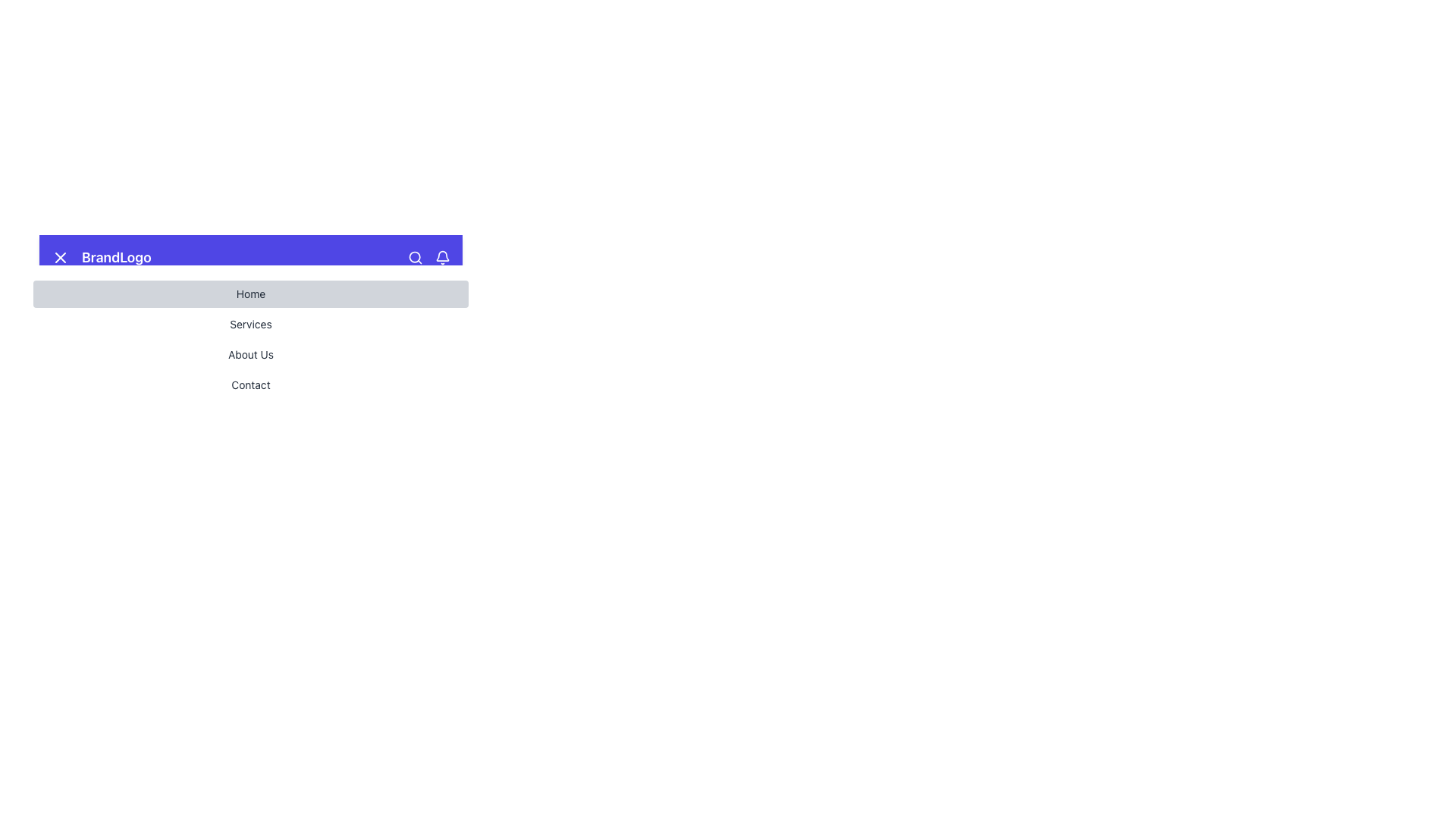  Describe the element at coordinates (442, 255) in the screenshot. I see `the visual appearance of the stylized bell icon located in the top navigation bar, adjacent to a search icon` at that location.